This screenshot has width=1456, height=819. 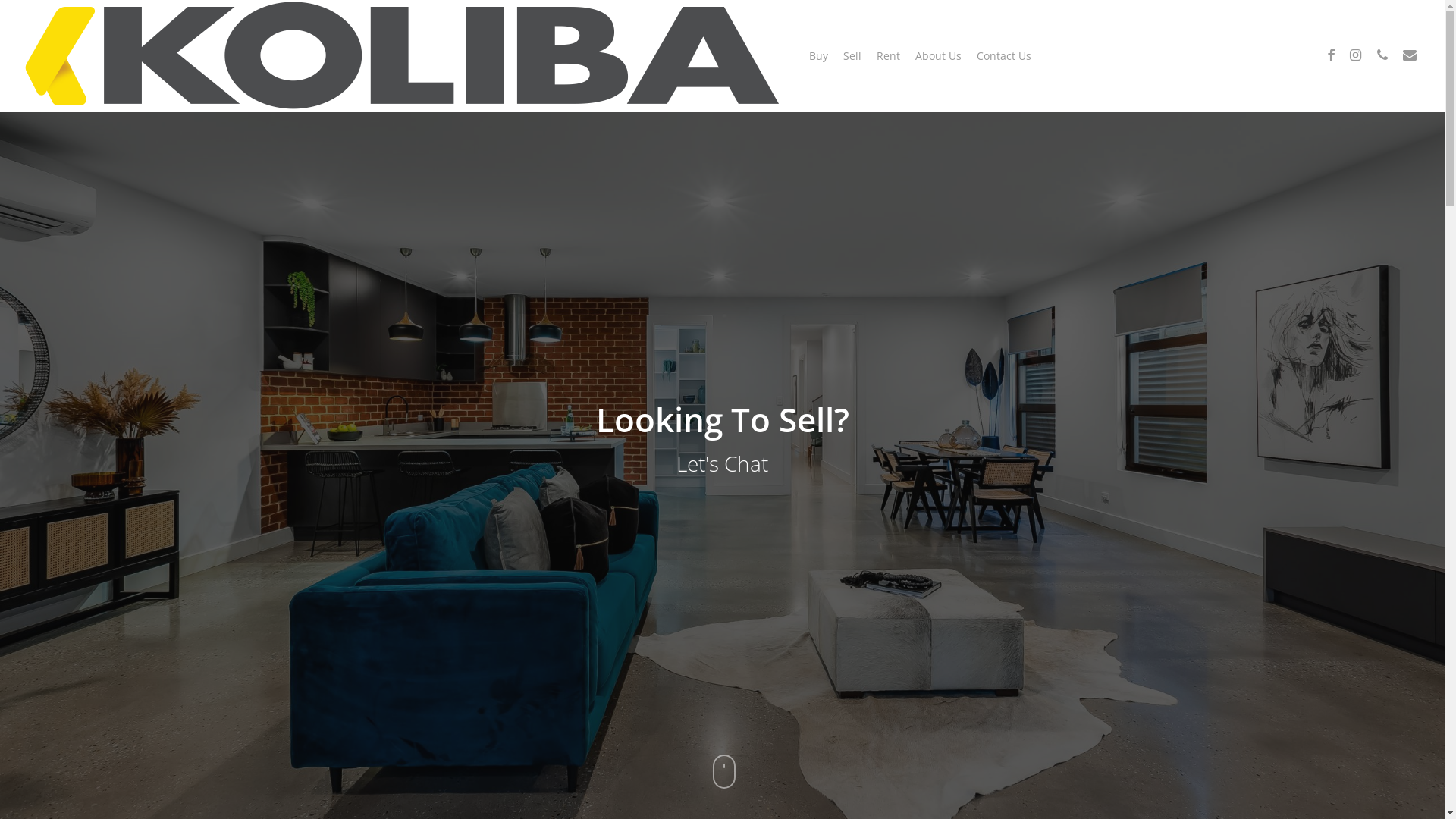 I want to click on 'instagram', so click(x=1354, y=55).